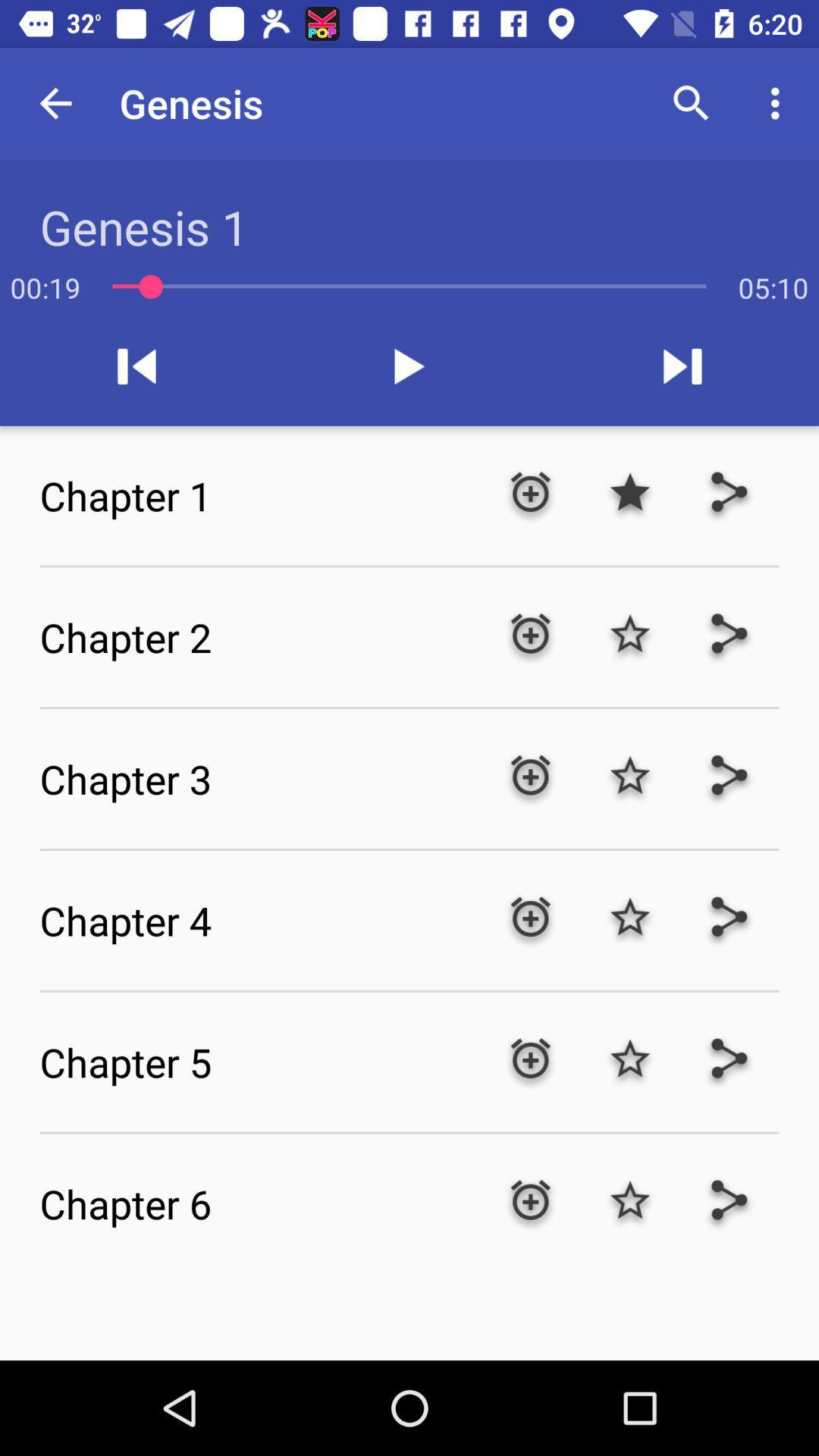  Describe the element at coordinates (55, 102) in the screenshot. I see `the app next to the genesis item` at that location.